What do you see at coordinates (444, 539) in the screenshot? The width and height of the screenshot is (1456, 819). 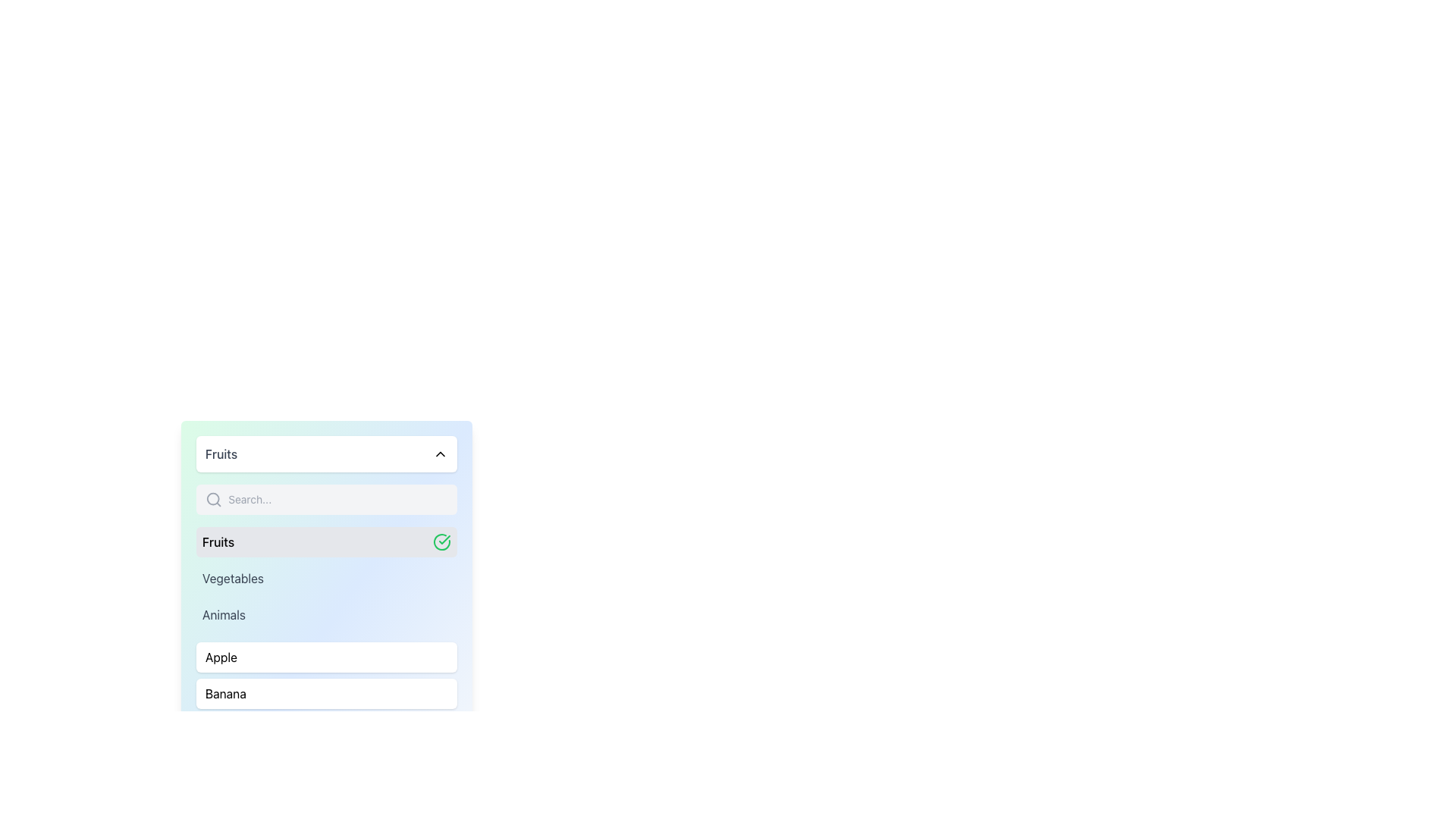 I see `the green checkmark icon located to the right of the 'Fruits' text in the dropdown menu` at bounding box center [444, 539].